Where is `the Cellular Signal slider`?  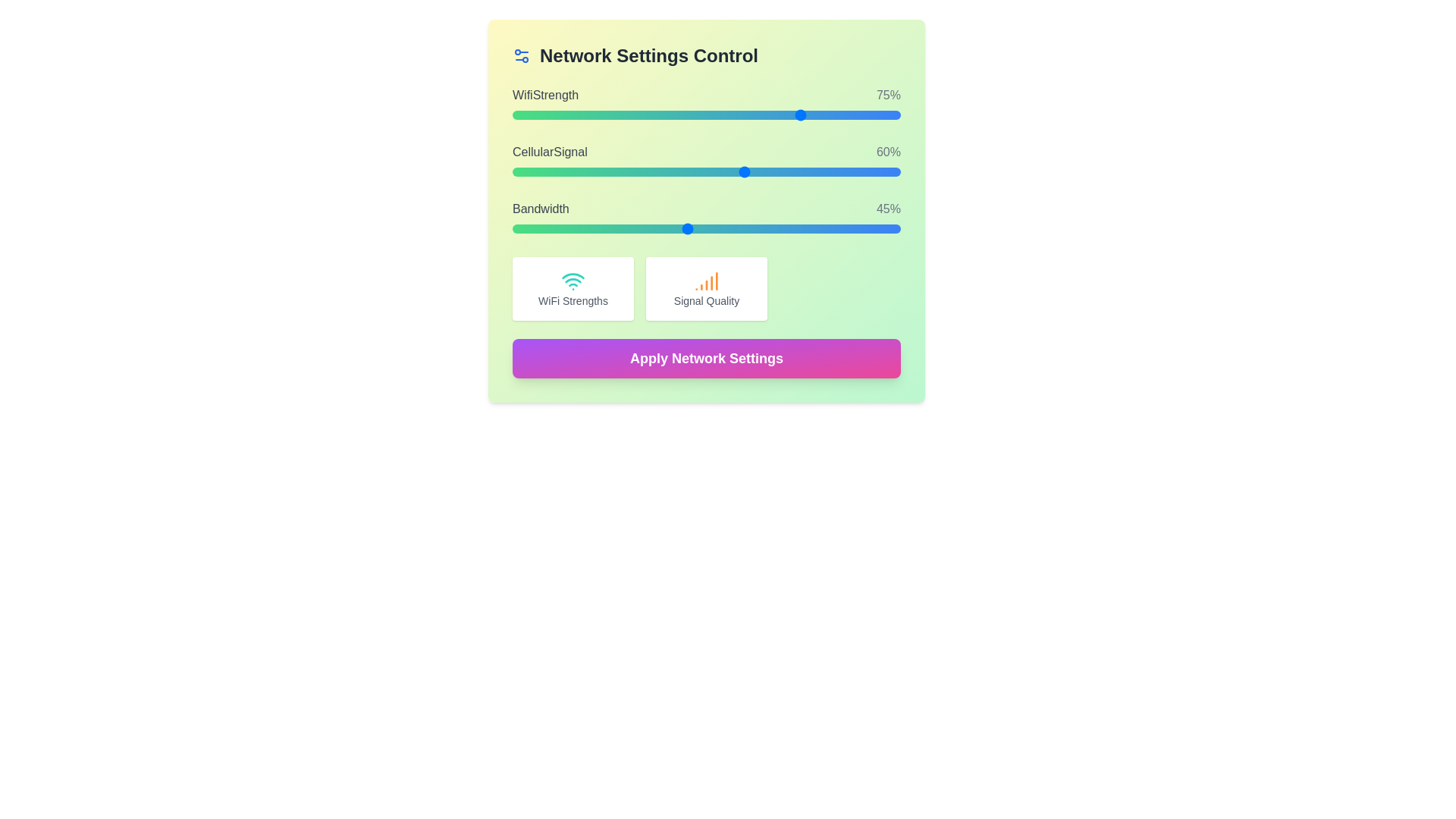 the Cellular Signal slider is located at coordinates (791, 171).